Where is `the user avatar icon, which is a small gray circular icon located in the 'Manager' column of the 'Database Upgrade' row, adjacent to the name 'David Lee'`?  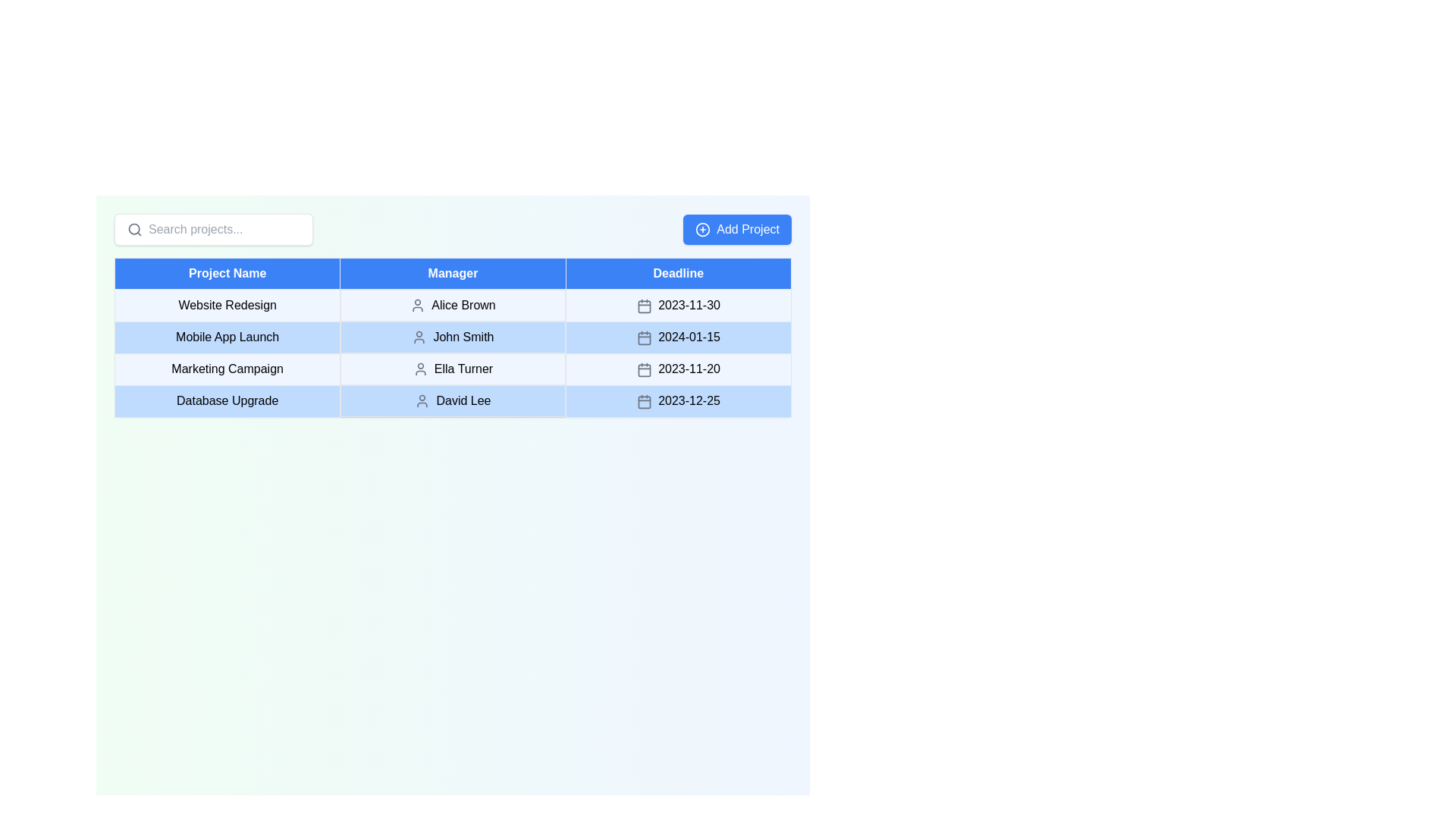
the user avatar icon, which is a small gray circular icon located in the 'Manager' column of the 'Database Upgrade' row, adjacent to the name 'David Lee' is located at coordinates (422, 400).